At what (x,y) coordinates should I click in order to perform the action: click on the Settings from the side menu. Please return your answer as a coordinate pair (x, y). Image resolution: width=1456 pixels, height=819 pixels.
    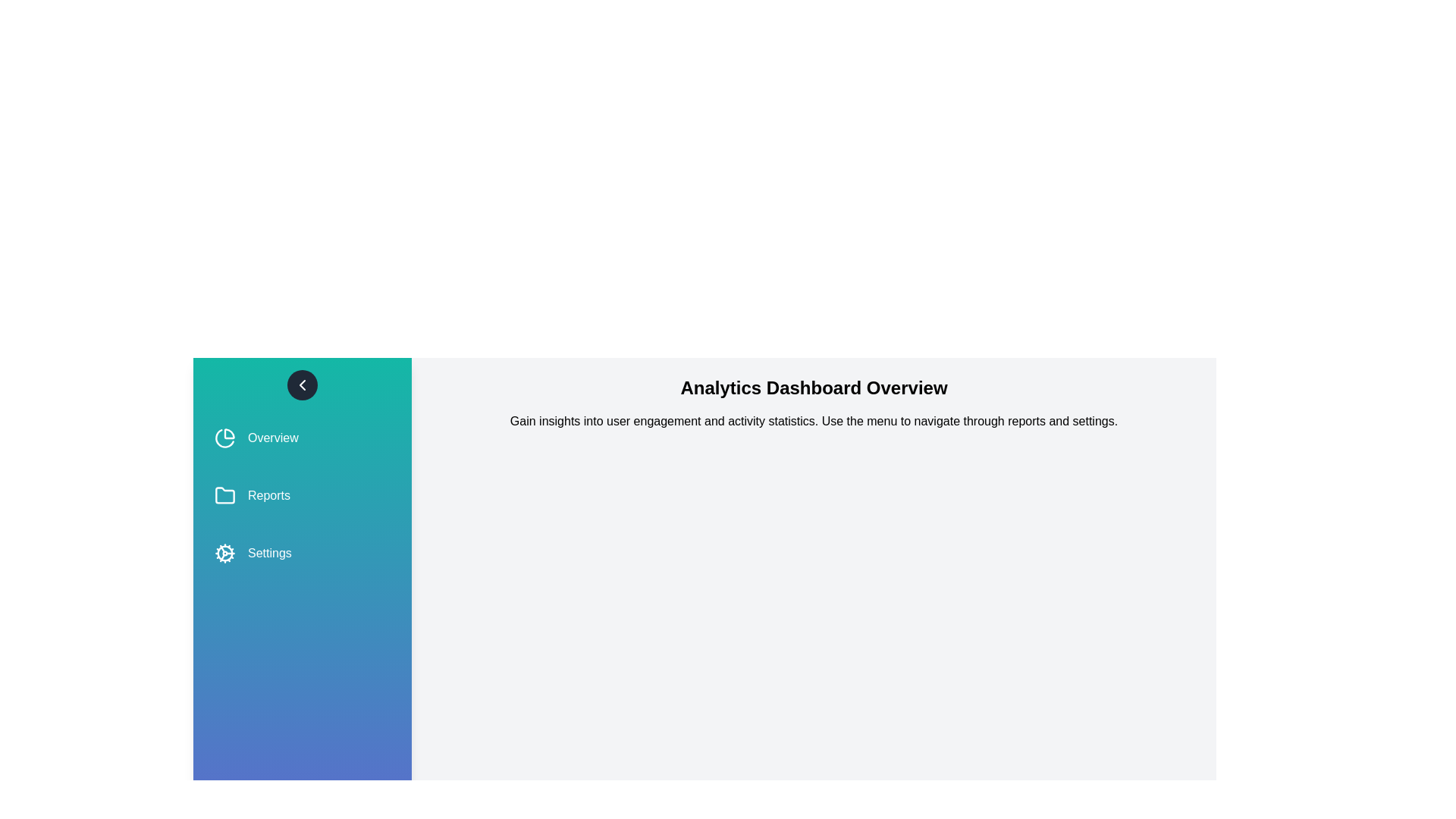
    Looking at the image, I should click on (302, 553).